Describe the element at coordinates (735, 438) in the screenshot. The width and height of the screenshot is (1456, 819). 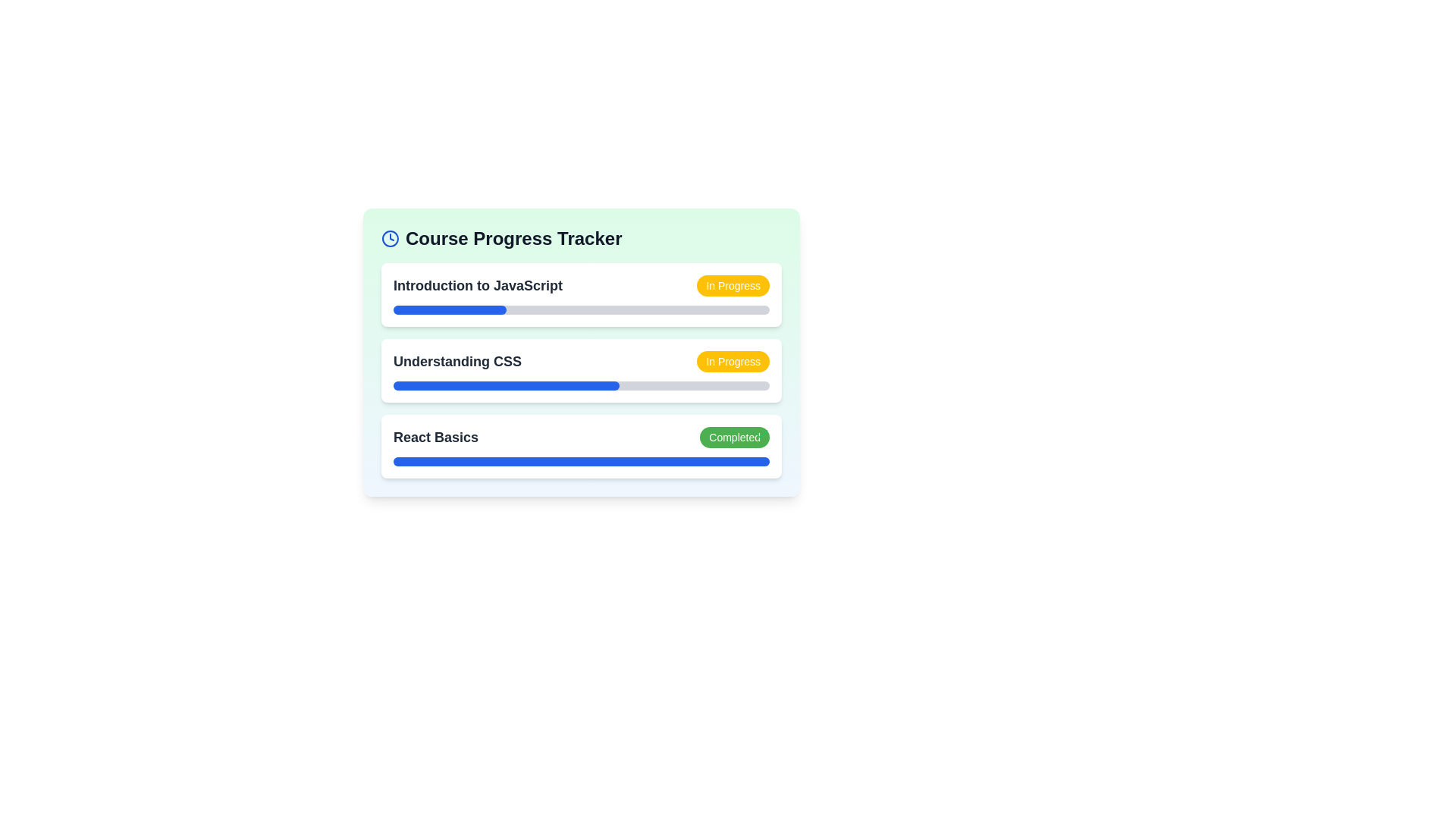
I see `the Status label on the right side of the 'React Basics' entry in the 'Course Progress Tracker' interface` at that location.